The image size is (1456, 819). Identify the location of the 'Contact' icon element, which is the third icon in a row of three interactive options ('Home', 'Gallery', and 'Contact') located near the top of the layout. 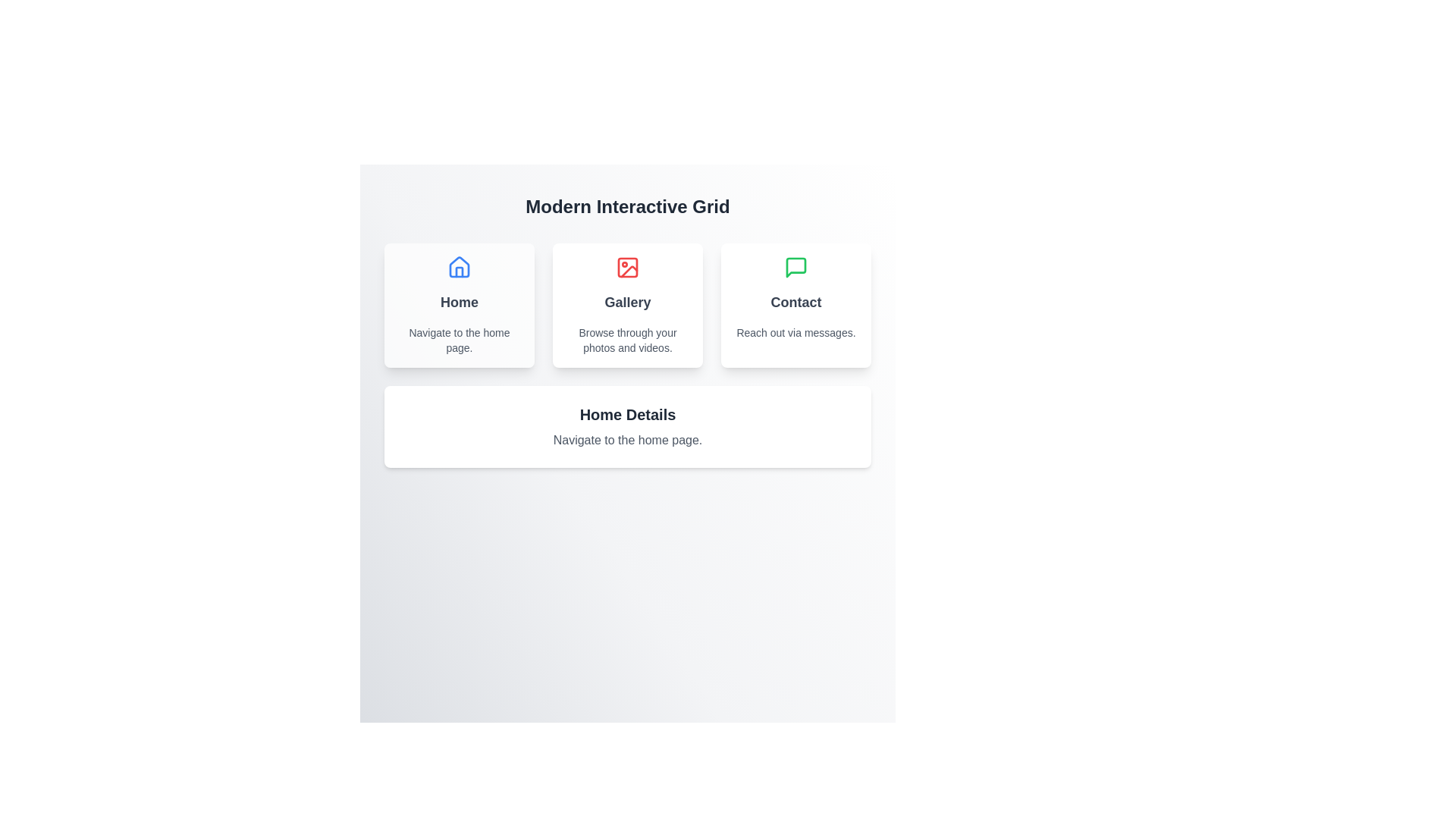
(795, 267).